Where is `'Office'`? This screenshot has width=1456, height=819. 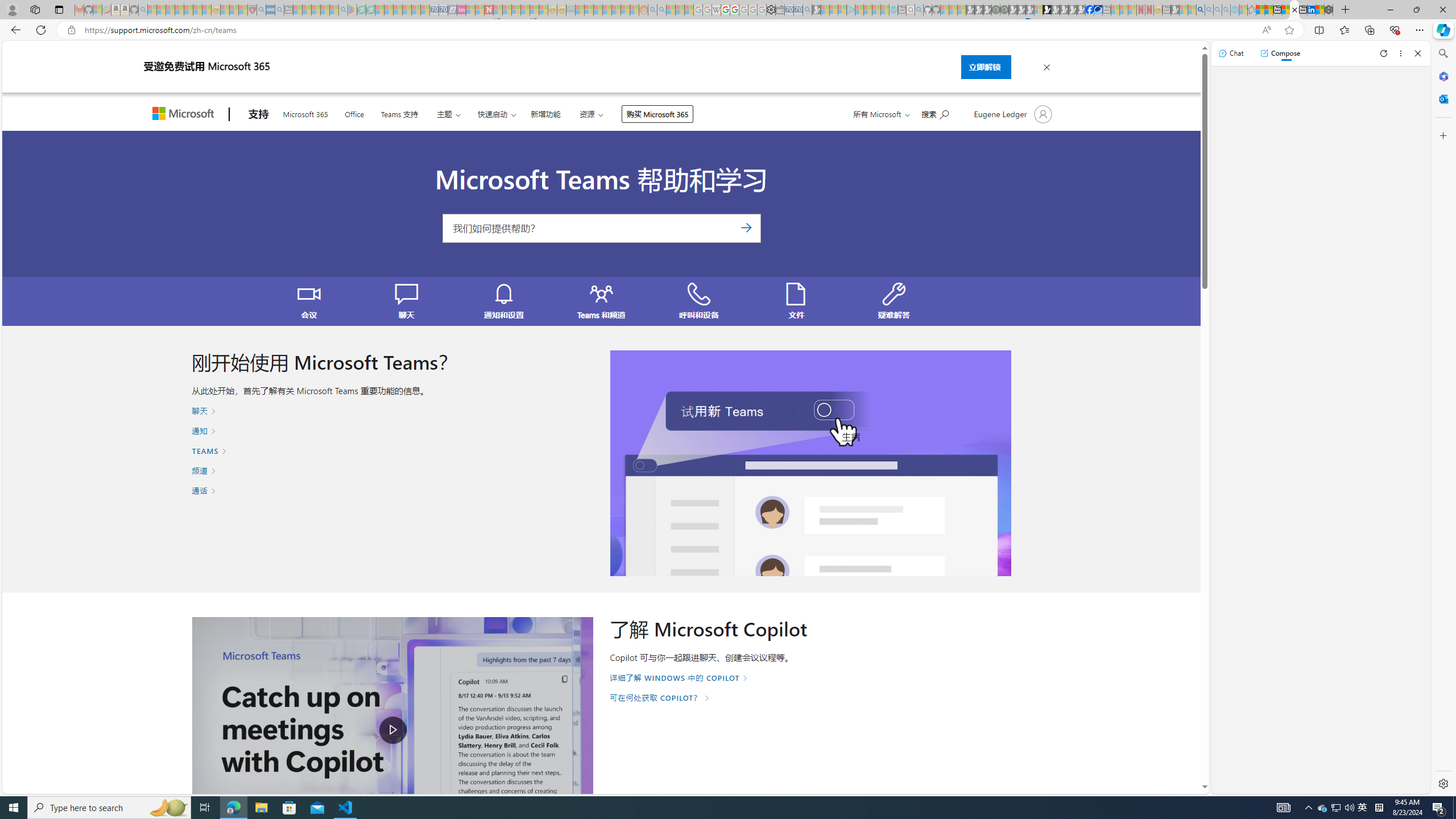 'Office' is located at coordinates (354, 113).